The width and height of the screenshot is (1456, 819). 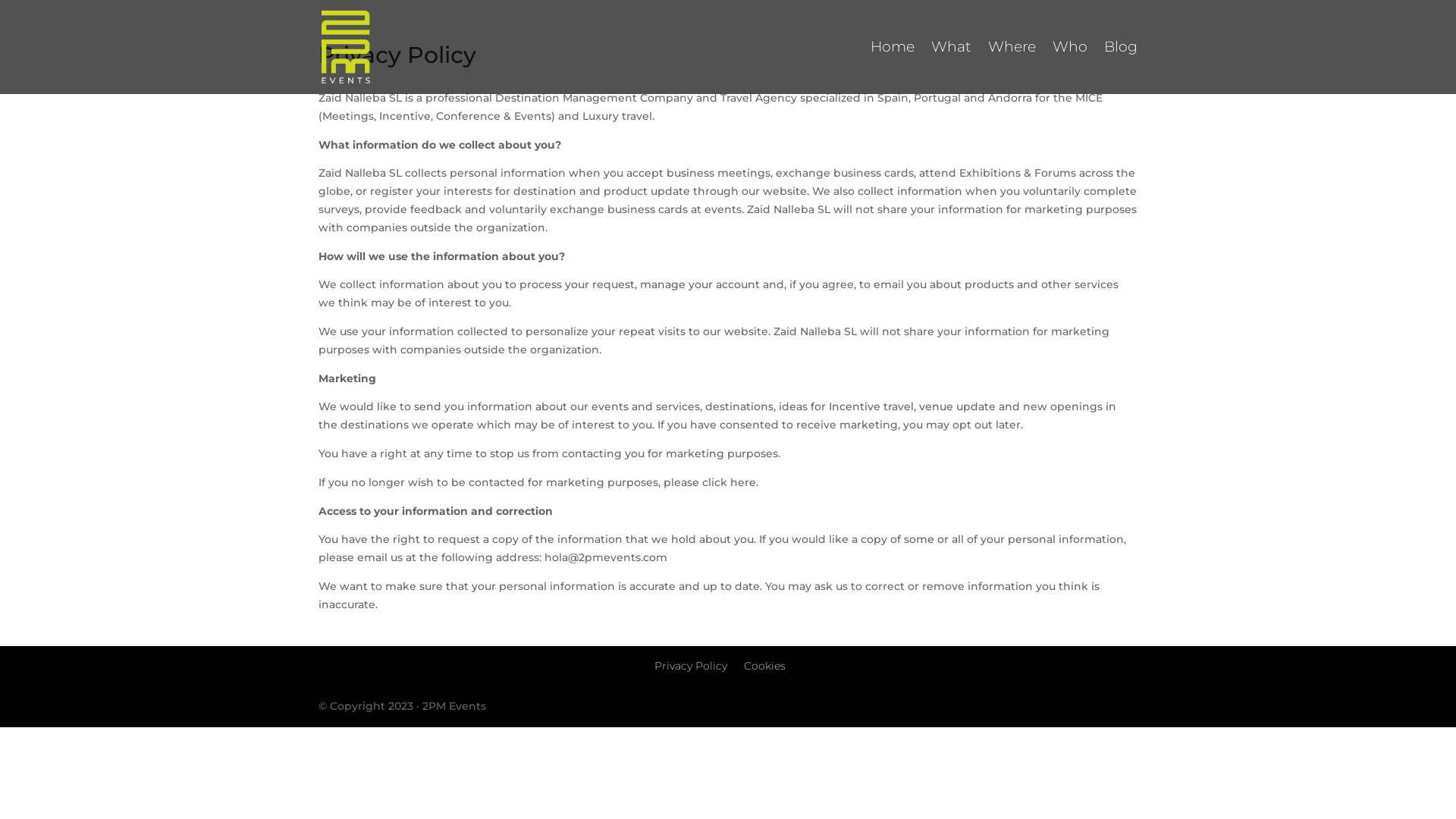 What do you see at coordinates (1012, 67) in the screenshot?
I see `'Where'` at bounding box center [1012, 67].